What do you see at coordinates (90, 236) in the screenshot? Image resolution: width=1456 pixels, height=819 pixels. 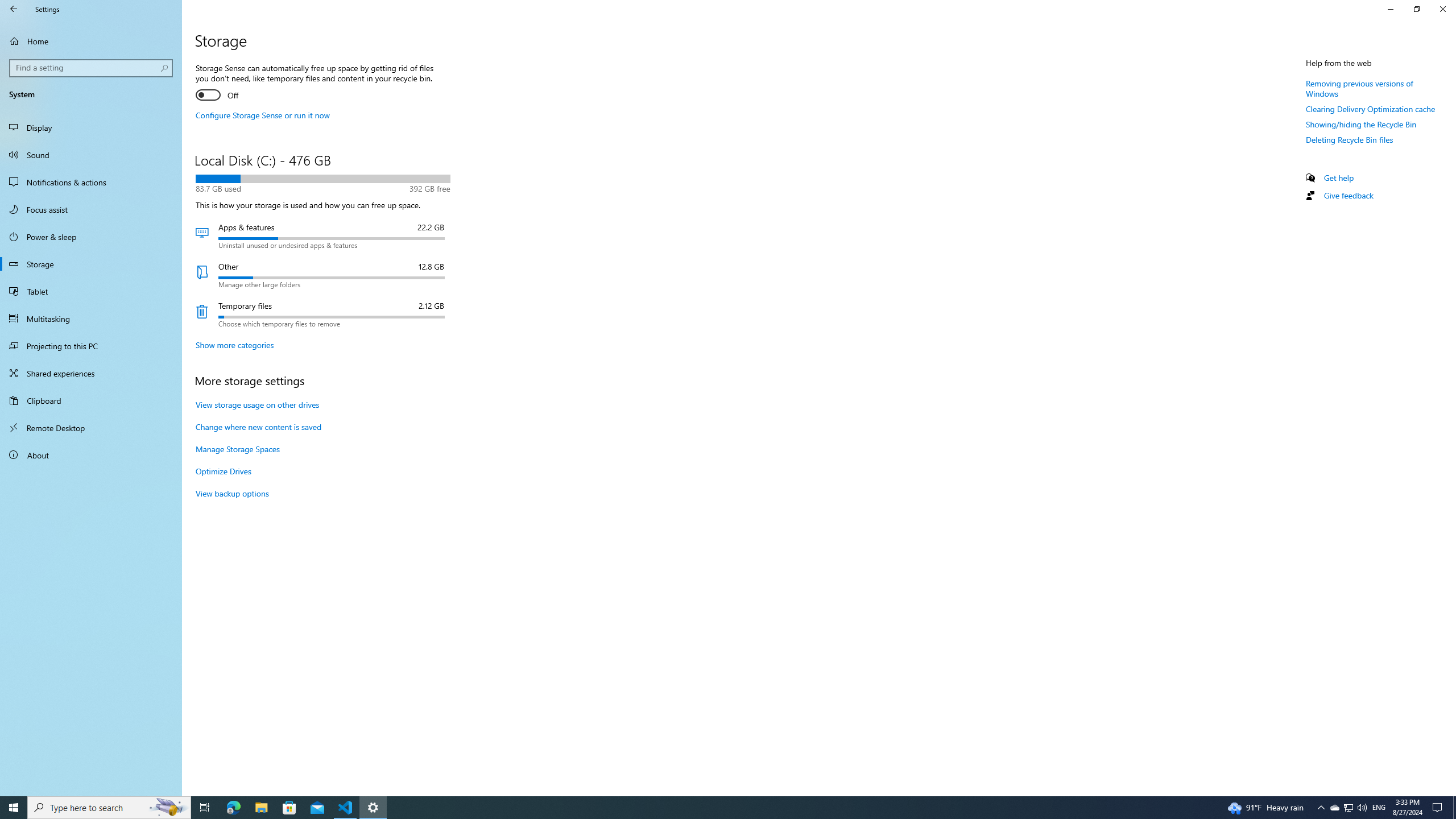 I see `'Power & sleep'` at bounding box center [90, 236].